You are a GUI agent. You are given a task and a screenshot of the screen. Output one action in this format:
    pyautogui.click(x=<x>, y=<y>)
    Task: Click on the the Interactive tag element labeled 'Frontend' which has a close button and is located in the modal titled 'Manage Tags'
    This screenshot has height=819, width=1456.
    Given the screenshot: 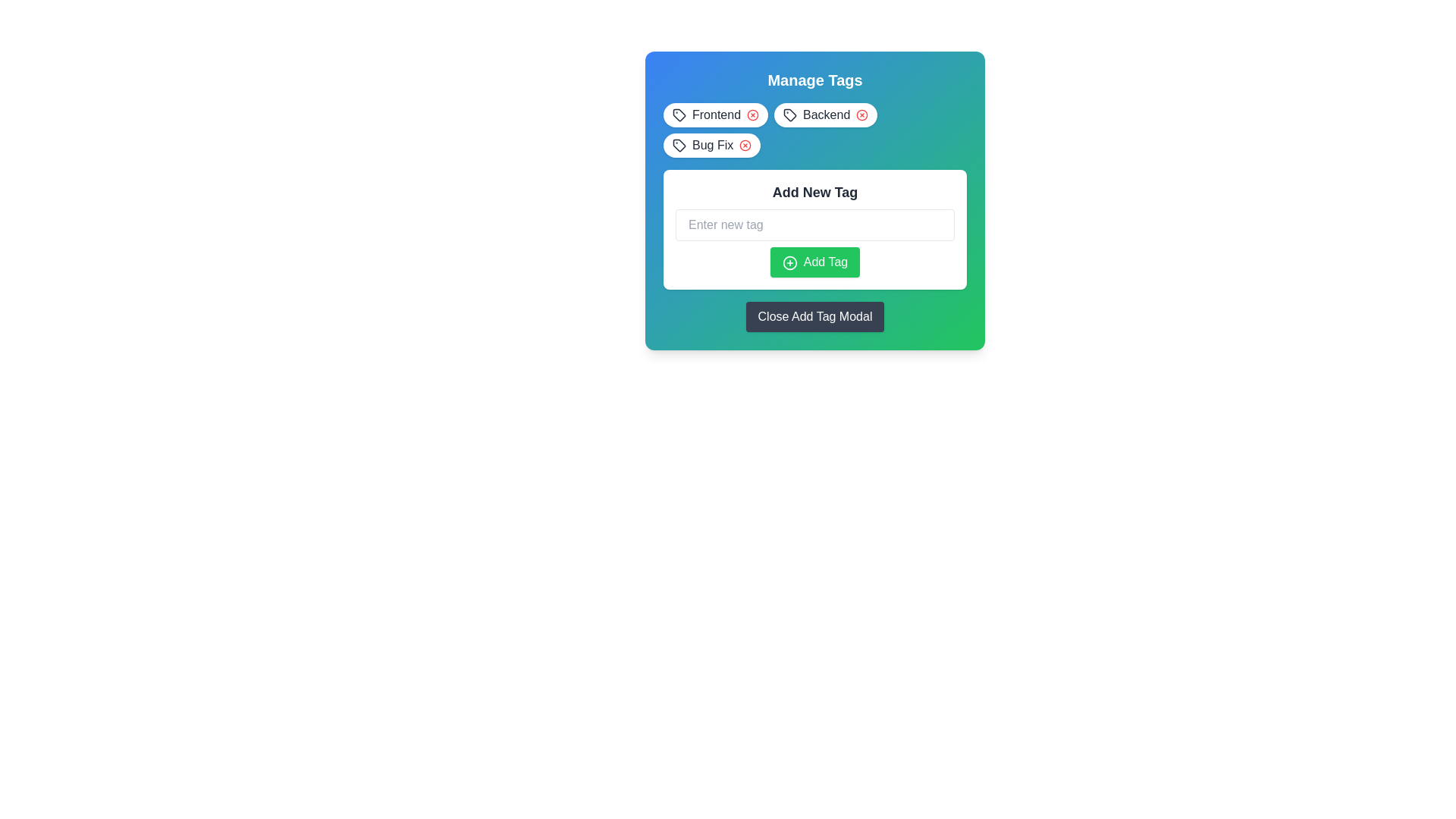 What is the action you would take?
    pyautogui.click(x=715, y=114)
    